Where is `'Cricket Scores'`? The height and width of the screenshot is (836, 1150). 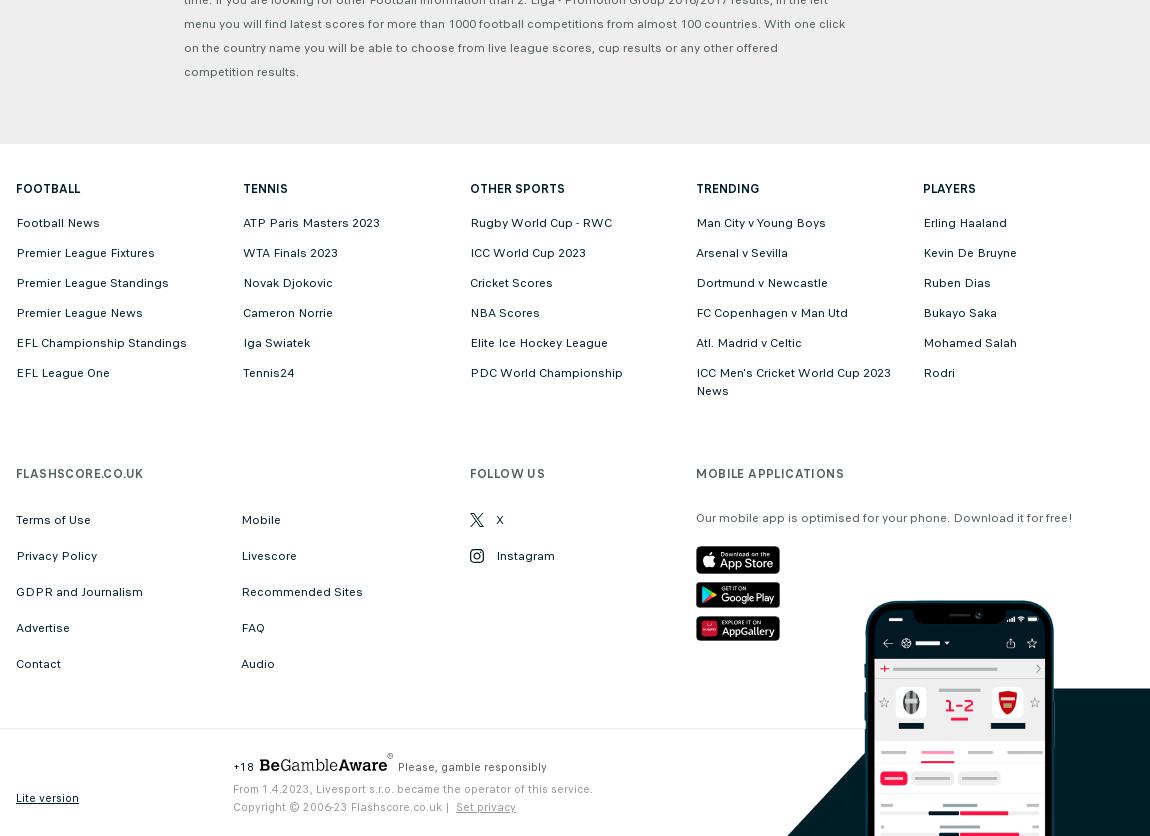
'Cricket Scores' is located at coordinates (510, 282).